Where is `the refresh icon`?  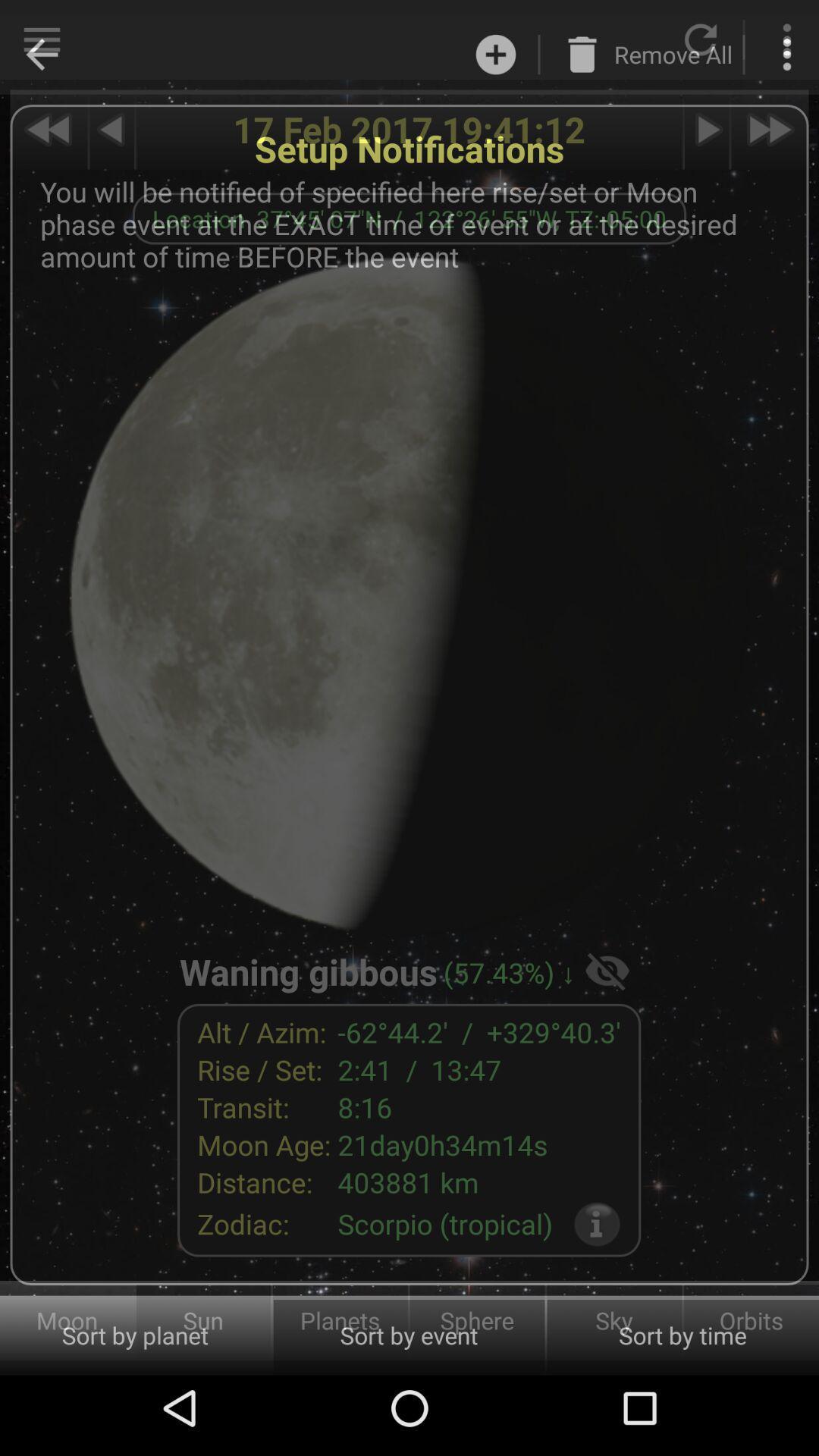 the refresh icon is located at coordinates (701, 39).